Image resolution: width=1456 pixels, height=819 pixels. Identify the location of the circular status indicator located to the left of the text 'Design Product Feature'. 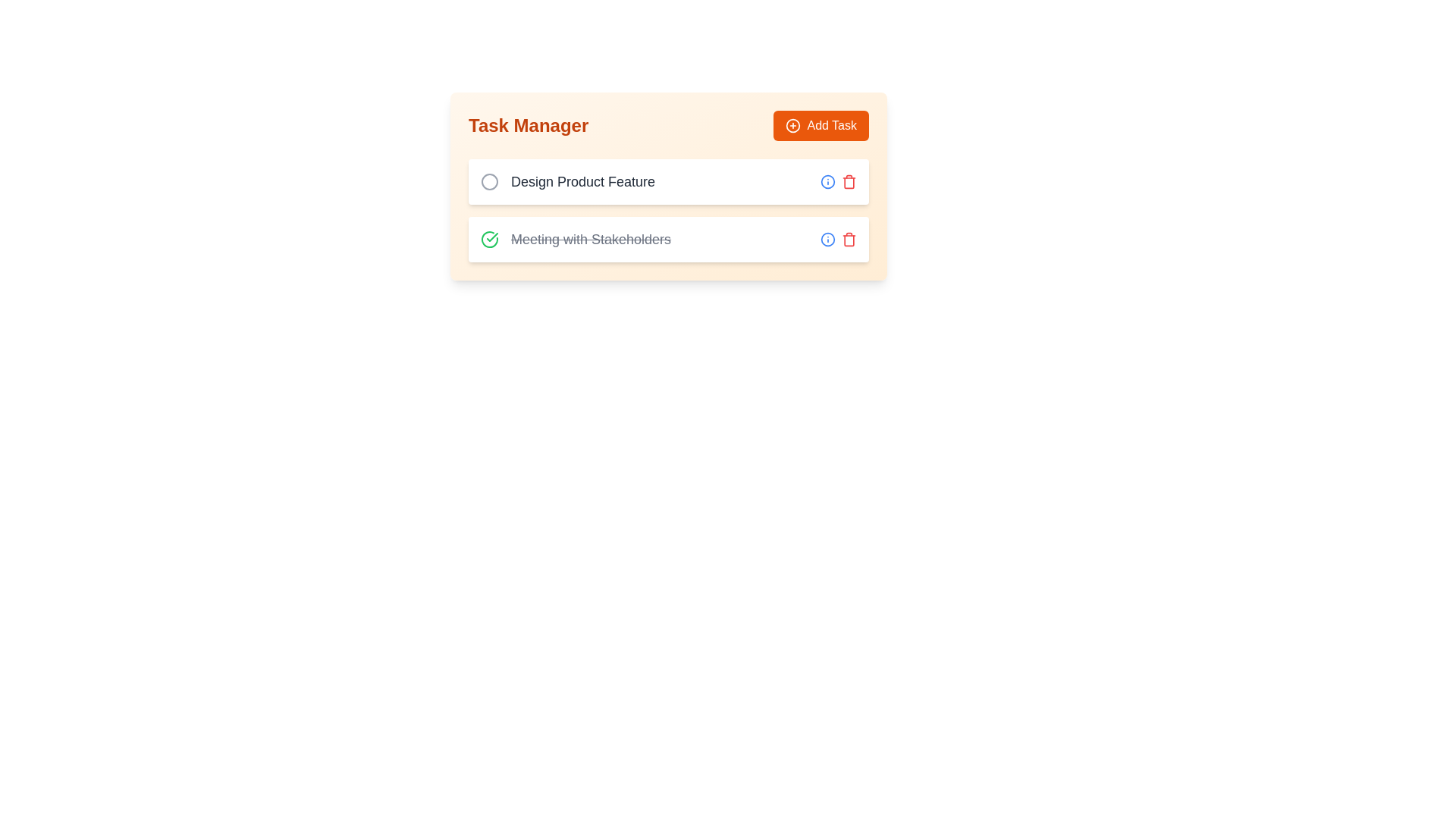
(490, 180).